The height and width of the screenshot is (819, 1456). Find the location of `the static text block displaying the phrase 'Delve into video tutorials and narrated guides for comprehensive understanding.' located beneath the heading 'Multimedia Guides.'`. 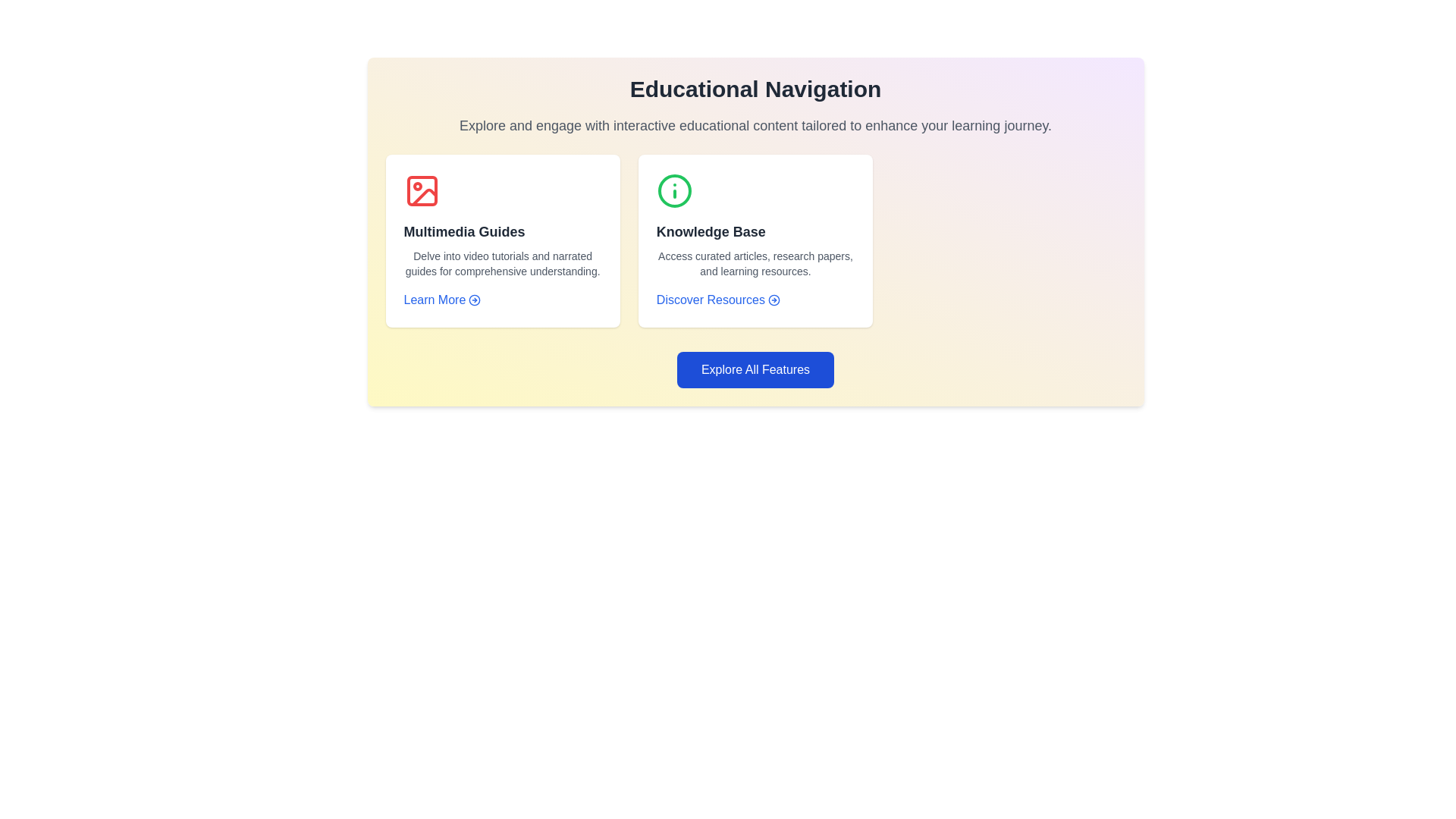

the static text block displaying the phrase 'Delve into video tutorials and narrated guides for comprehensive understanding.' located beneath the heading 'Multimedia Guides.' is located at coordinates (503, 262).